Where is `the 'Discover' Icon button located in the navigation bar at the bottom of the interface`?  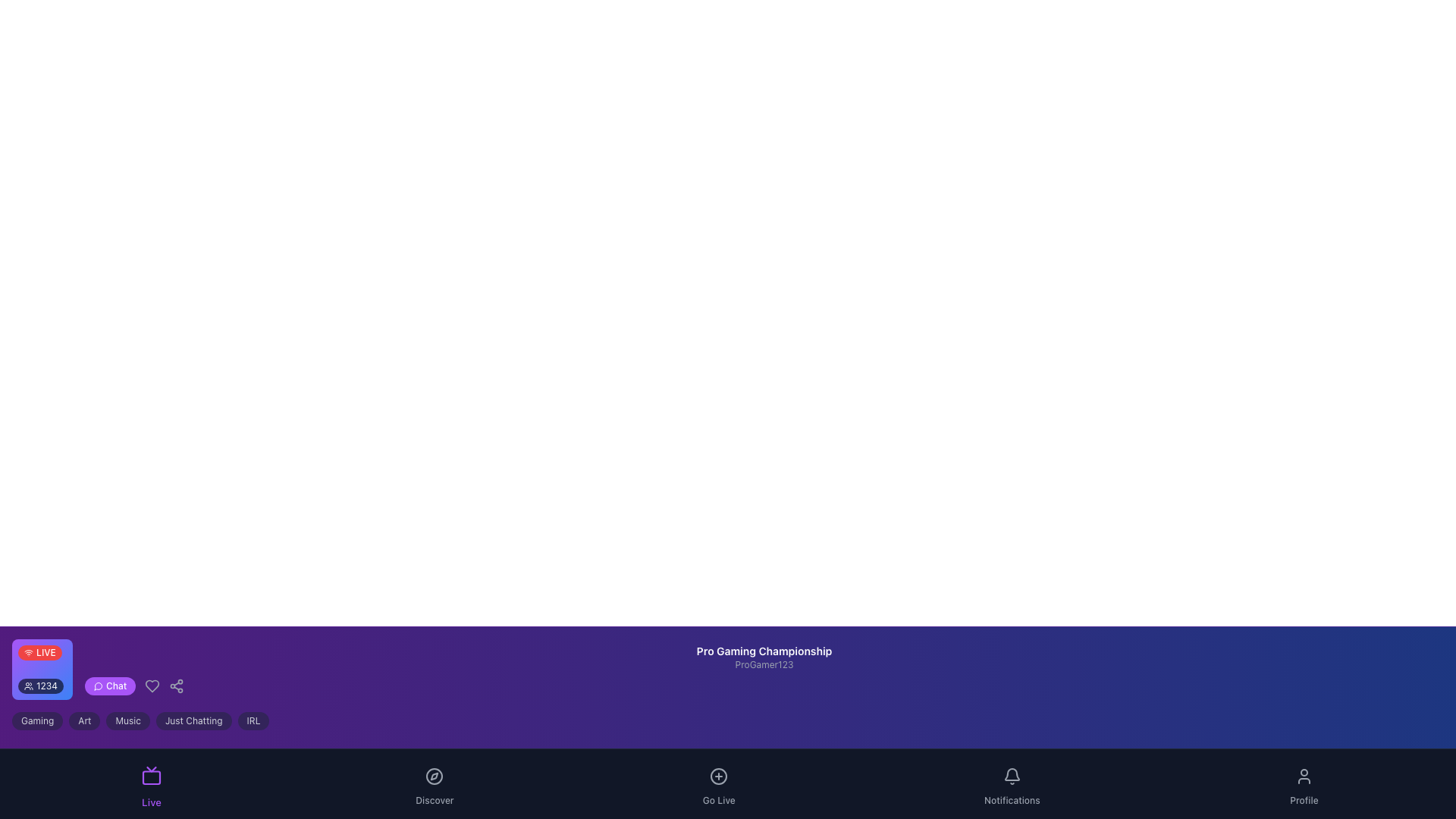 the 'Discover' Icon button located in the navigation bar at the bottom of the interface is located at coordinates (434, 776).